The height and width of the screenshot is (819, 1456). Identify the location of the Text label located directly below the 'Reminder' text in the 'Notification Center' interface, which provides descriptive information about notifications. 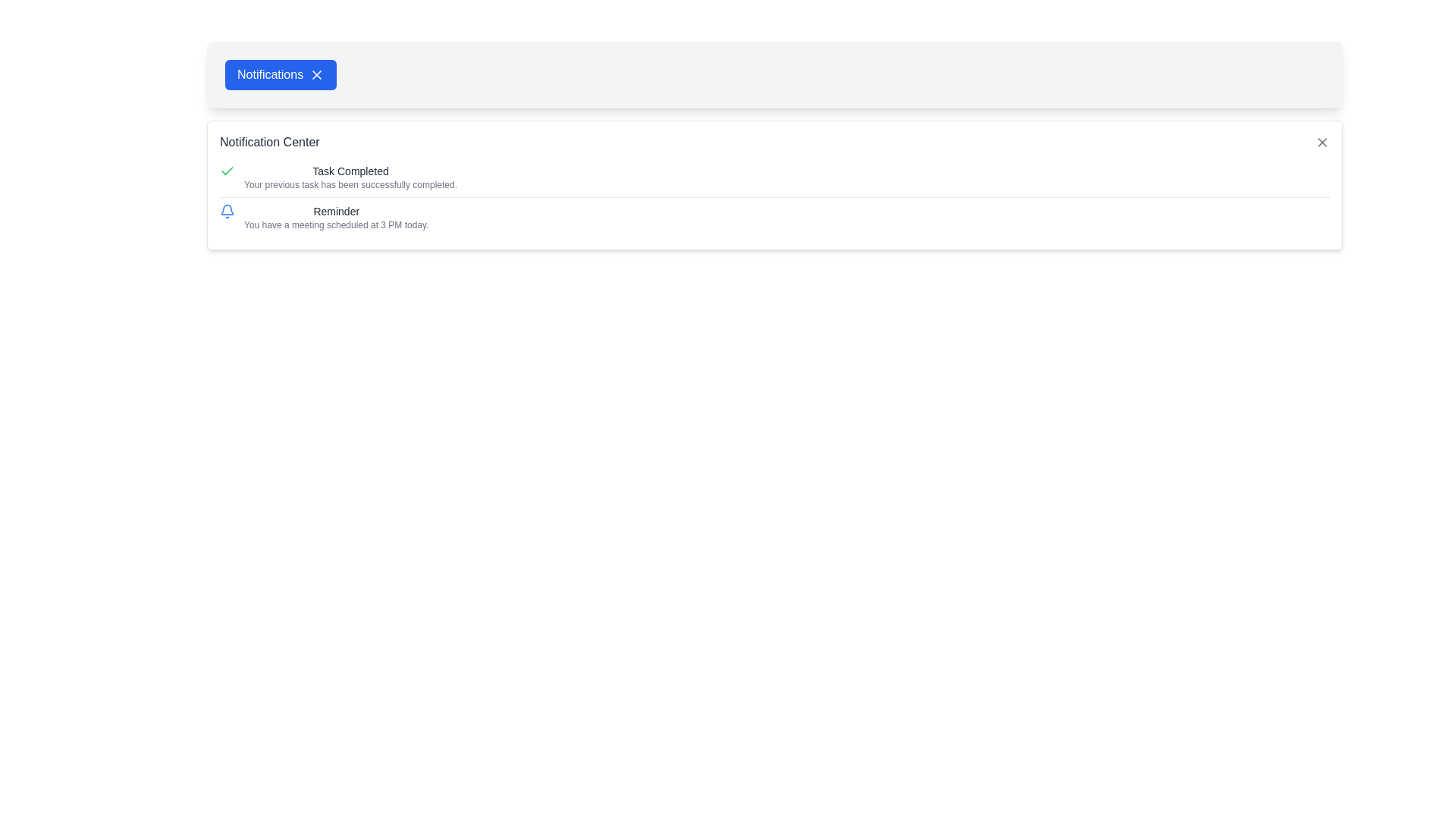
(335, 225).